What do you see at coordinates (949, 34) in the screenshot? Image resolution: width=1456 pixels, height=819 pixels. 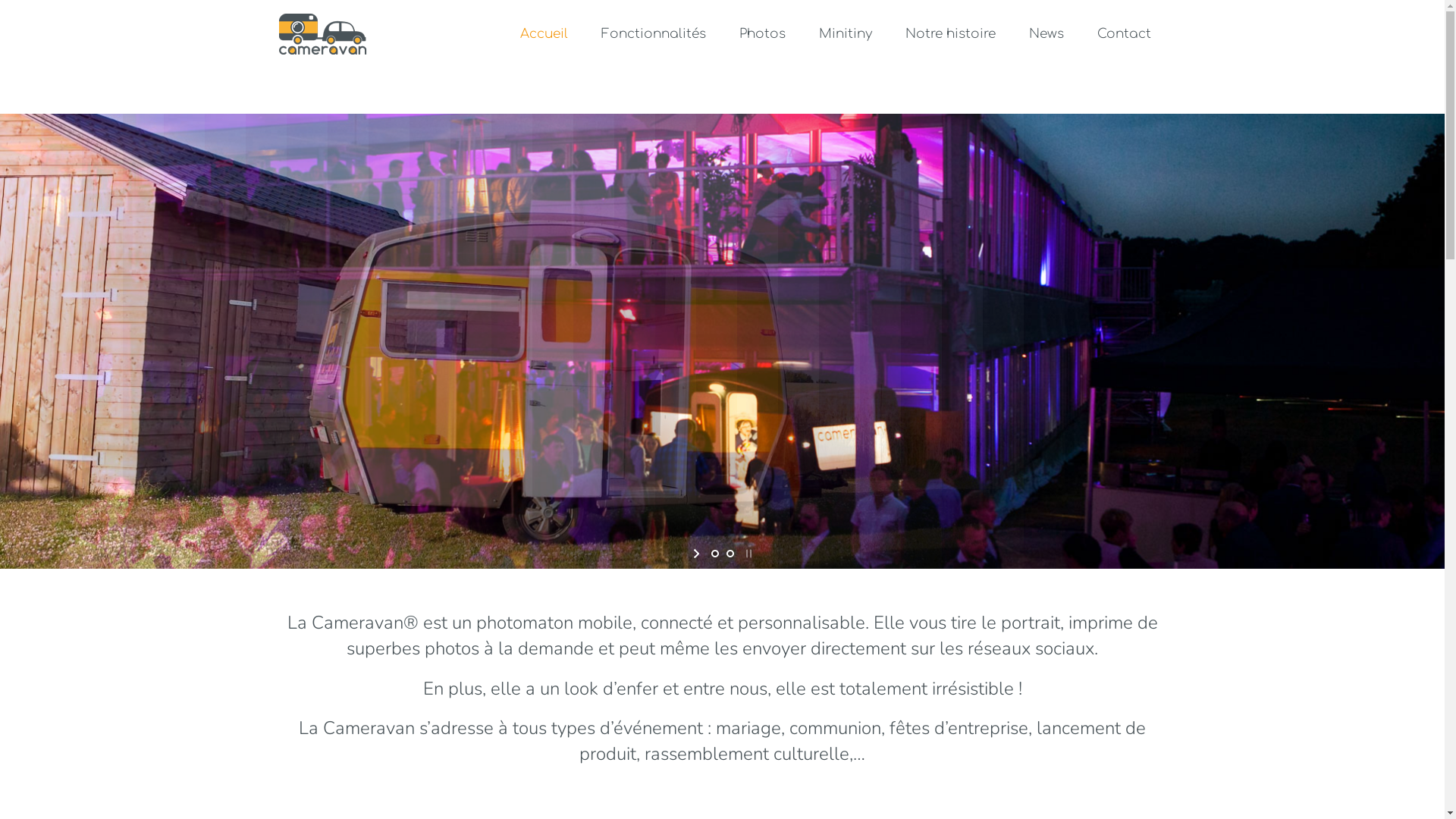 I see `'Notre histoire'` at bounding box center [949, 34].